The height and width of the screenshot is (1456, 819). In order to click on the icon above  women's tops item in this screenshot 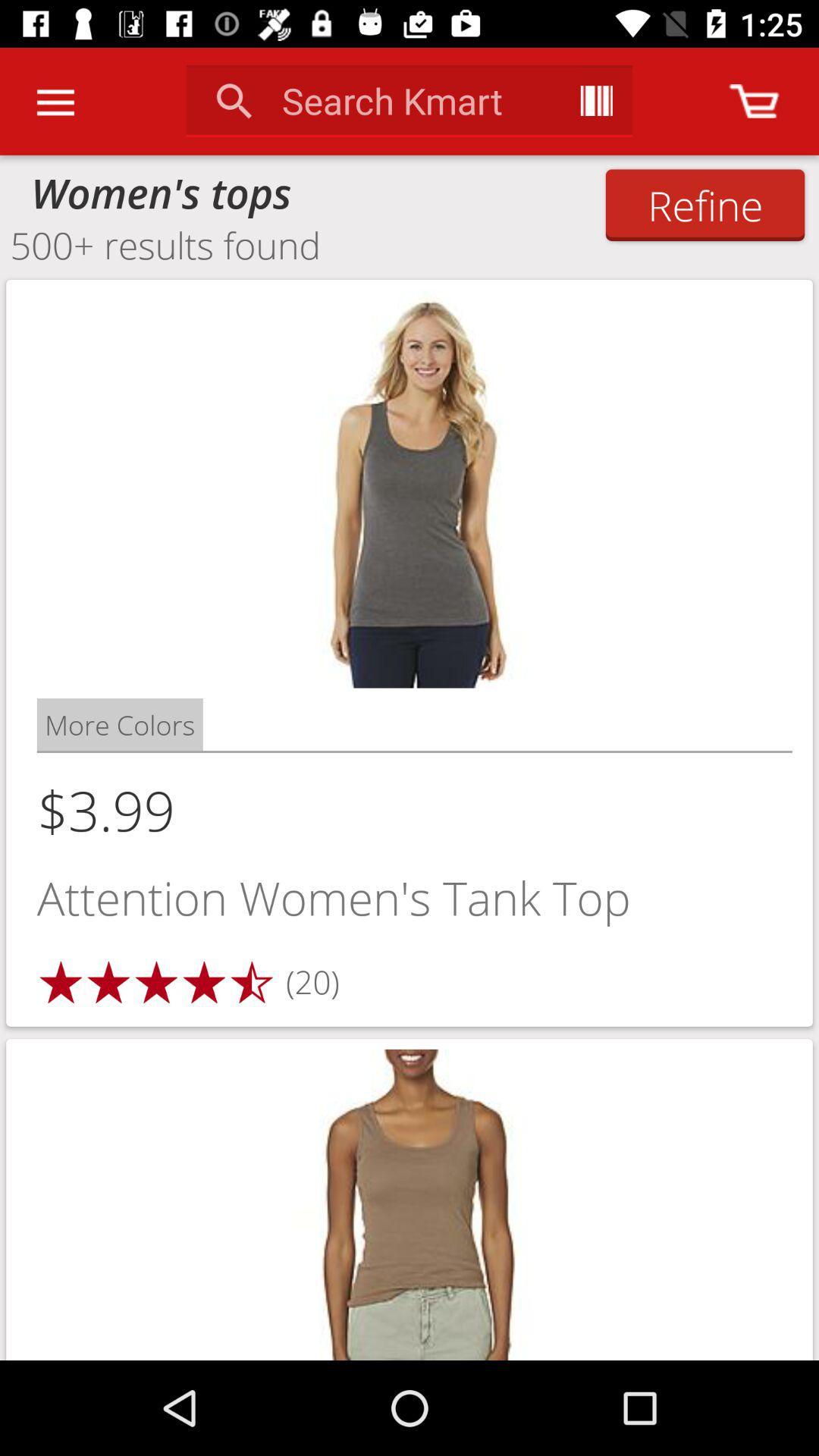, I will do `click(55, 101)`.